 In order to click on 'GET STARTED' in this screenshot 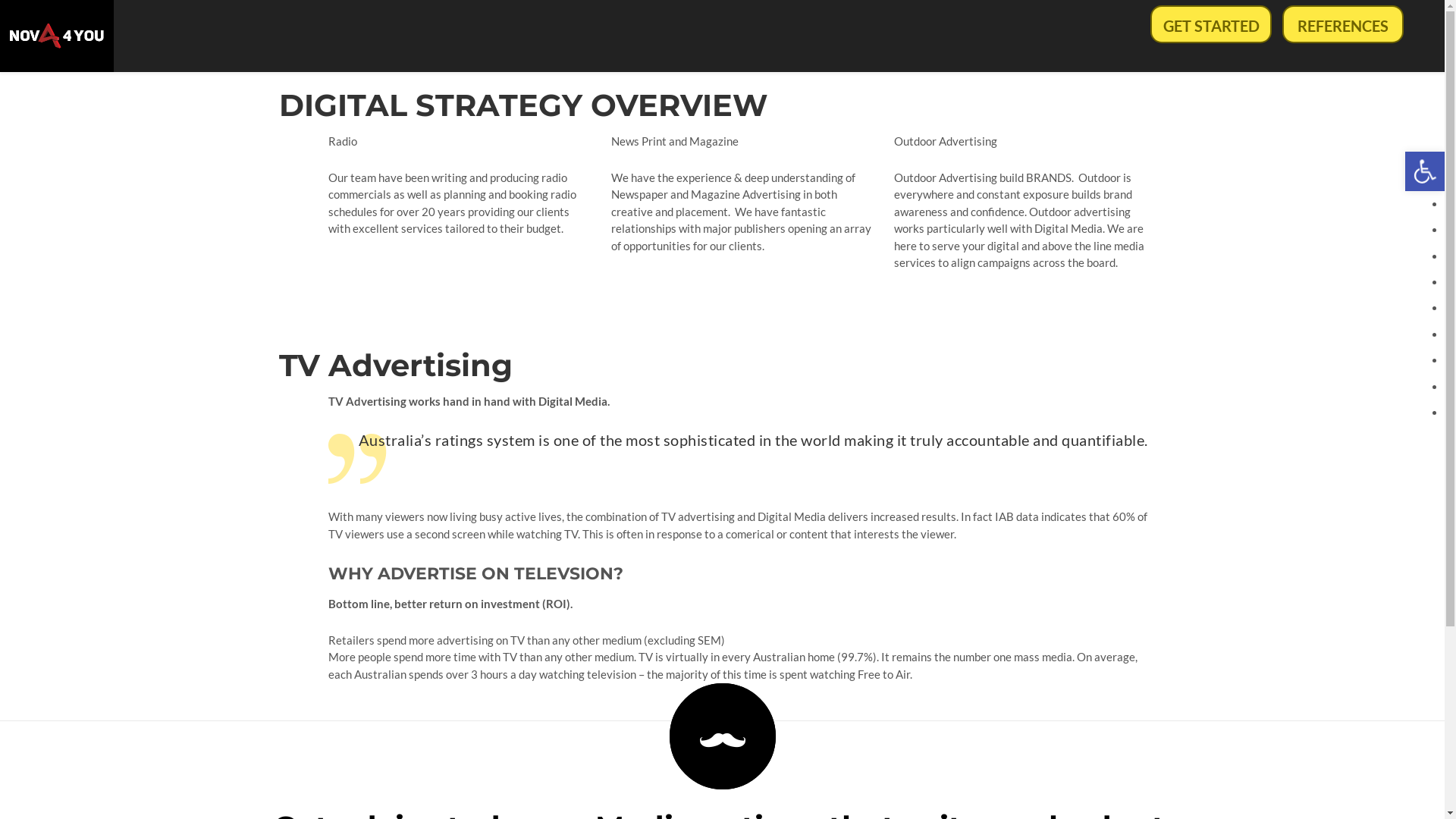, I will do `click(1210, 24)`.